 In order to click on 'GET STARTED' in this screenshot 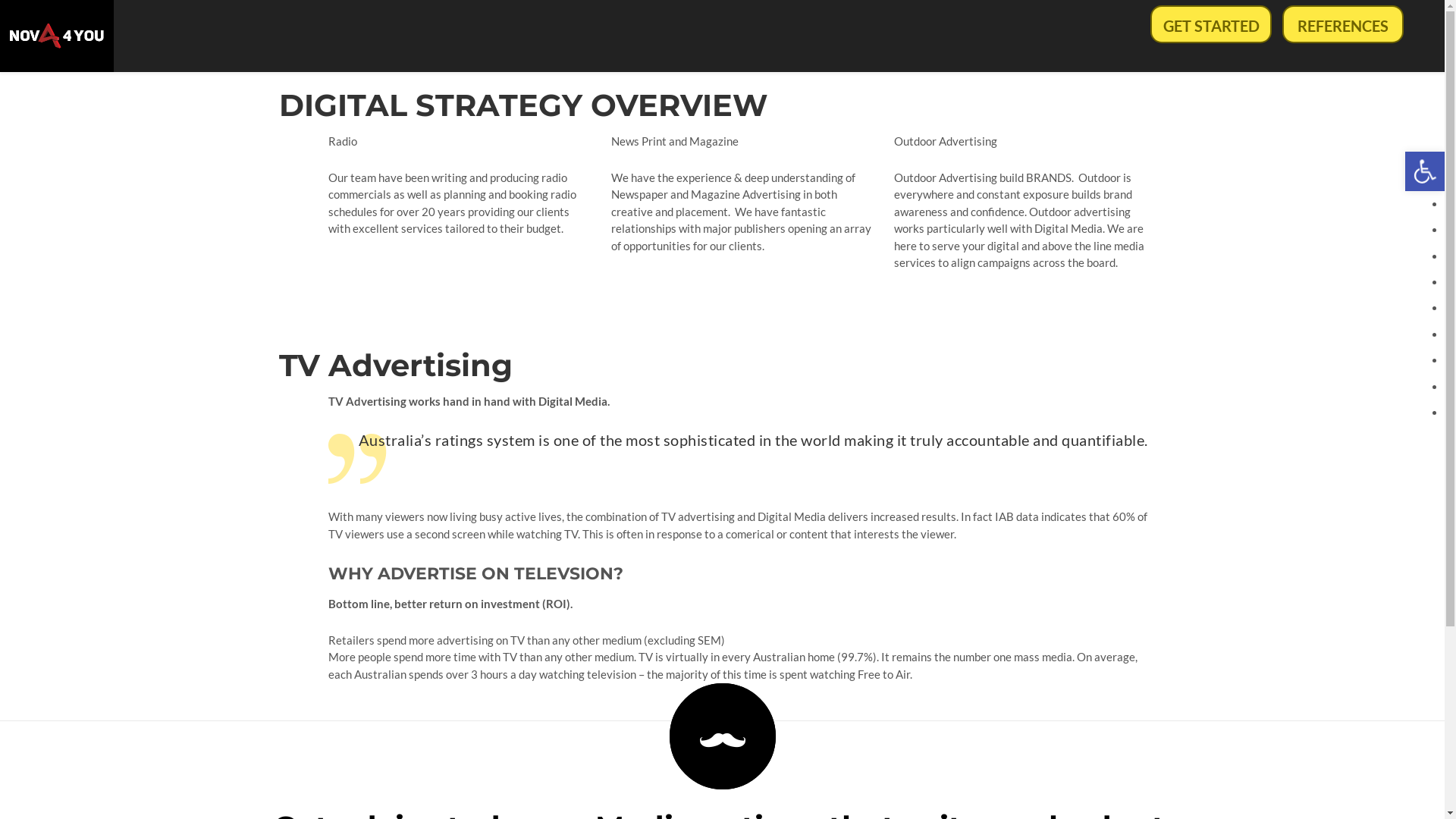, I will do `click(1210, 24)`.